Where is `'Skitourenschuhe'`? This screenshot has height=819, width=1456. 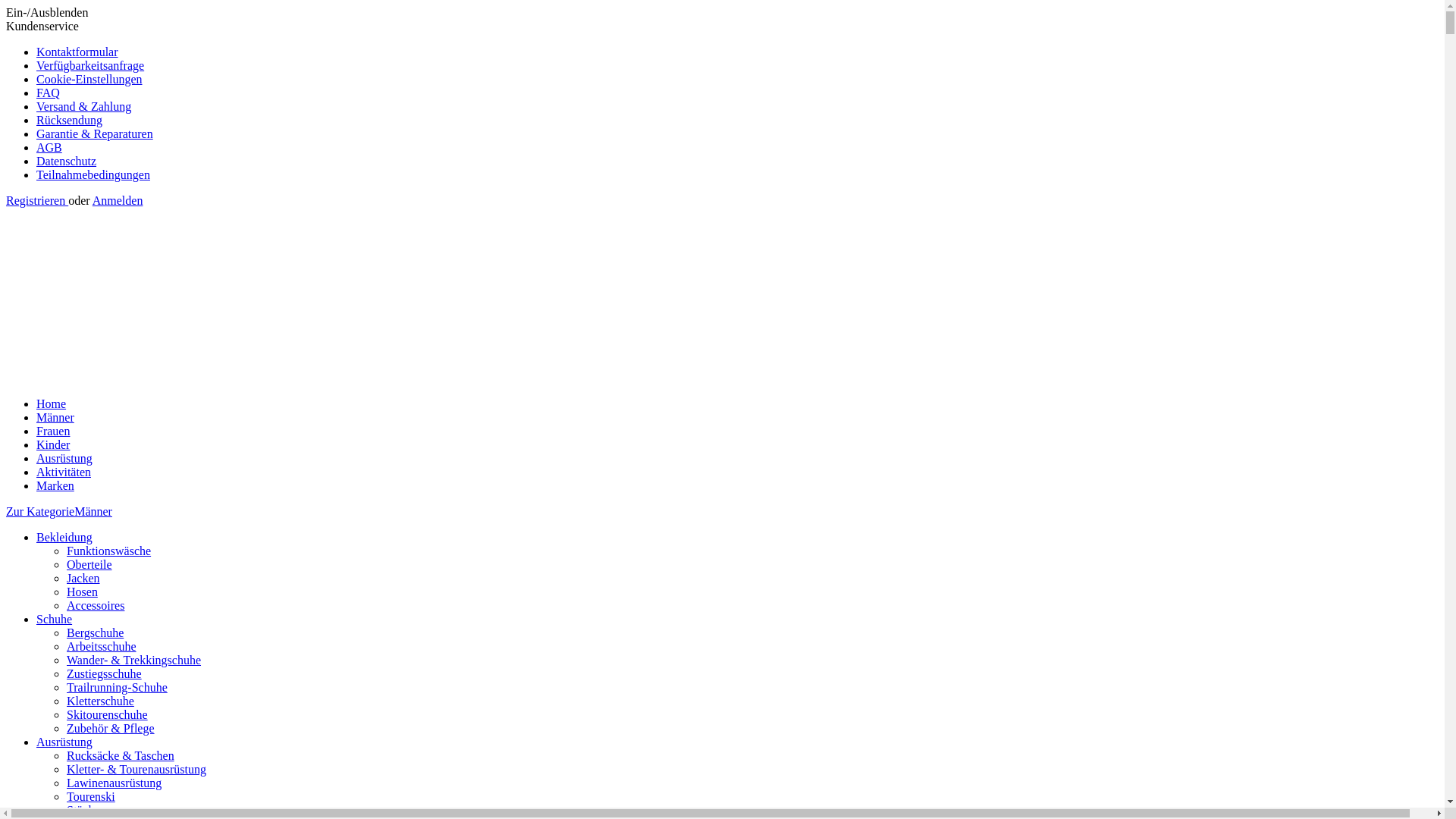 'Skitourenschuhe' is located at coordinates (106, 714).